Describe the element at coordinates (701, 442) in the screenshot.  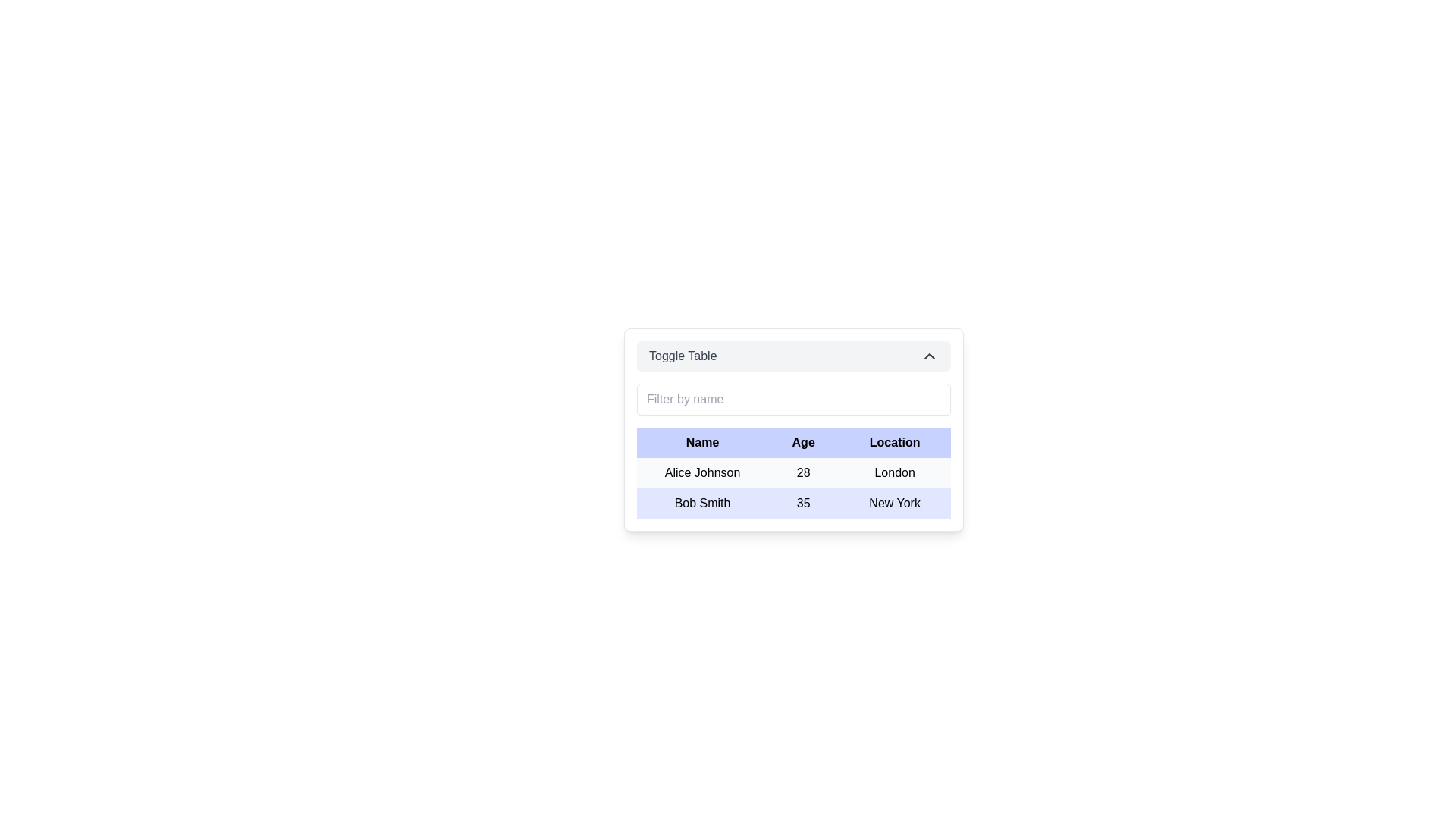
I see `the table header cell displaying 'Name' in bold font against a light blue background, which is the first column header in the row of three headers including 'Age' and 'Location'` at that location.